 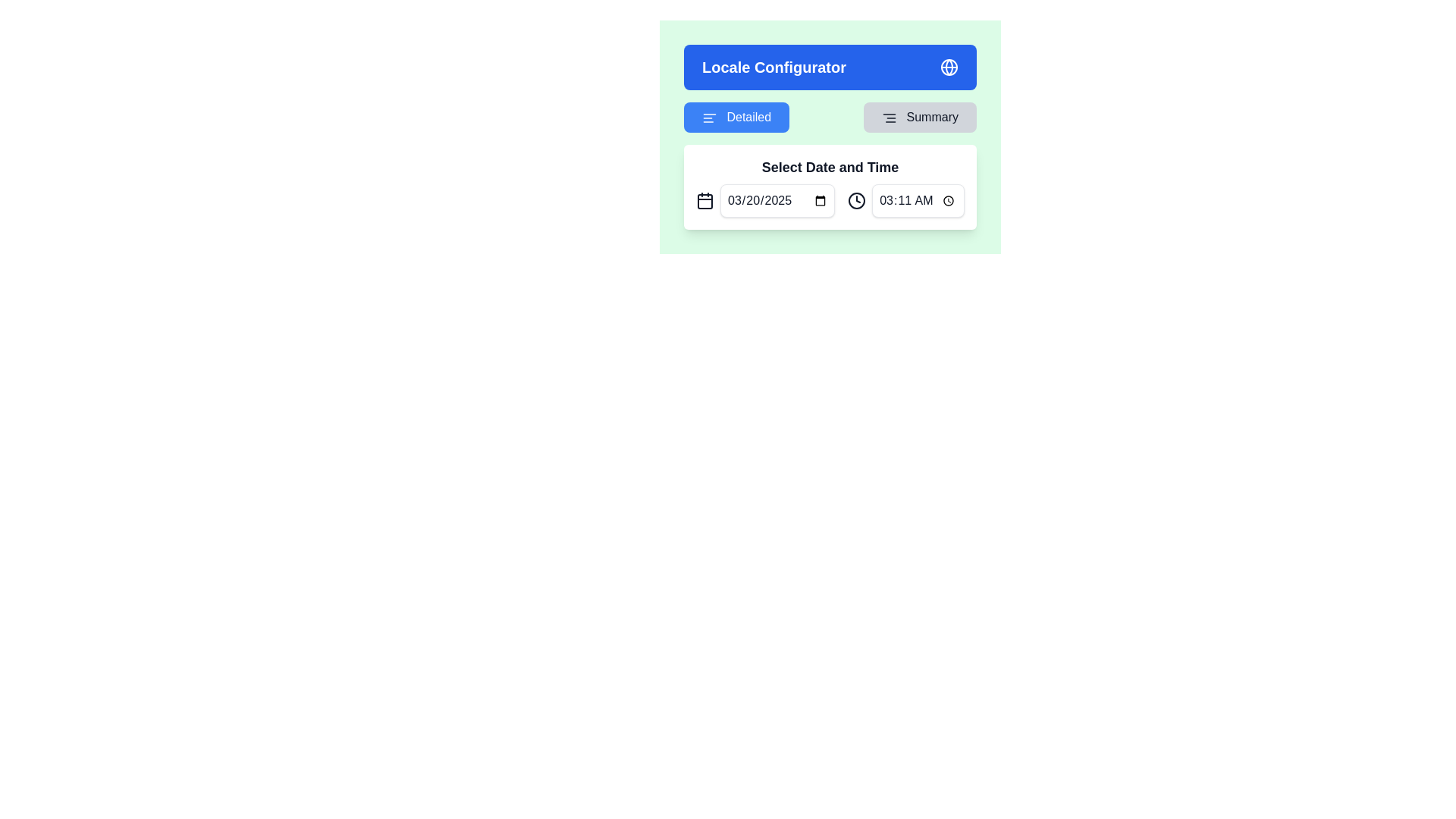 I want to click on the clock icon, which is a vector graphic of a clock located to the left of a time input field displaying '03:11 AM' within the 'Select Date and Time' section, so click(x=857, y=200).